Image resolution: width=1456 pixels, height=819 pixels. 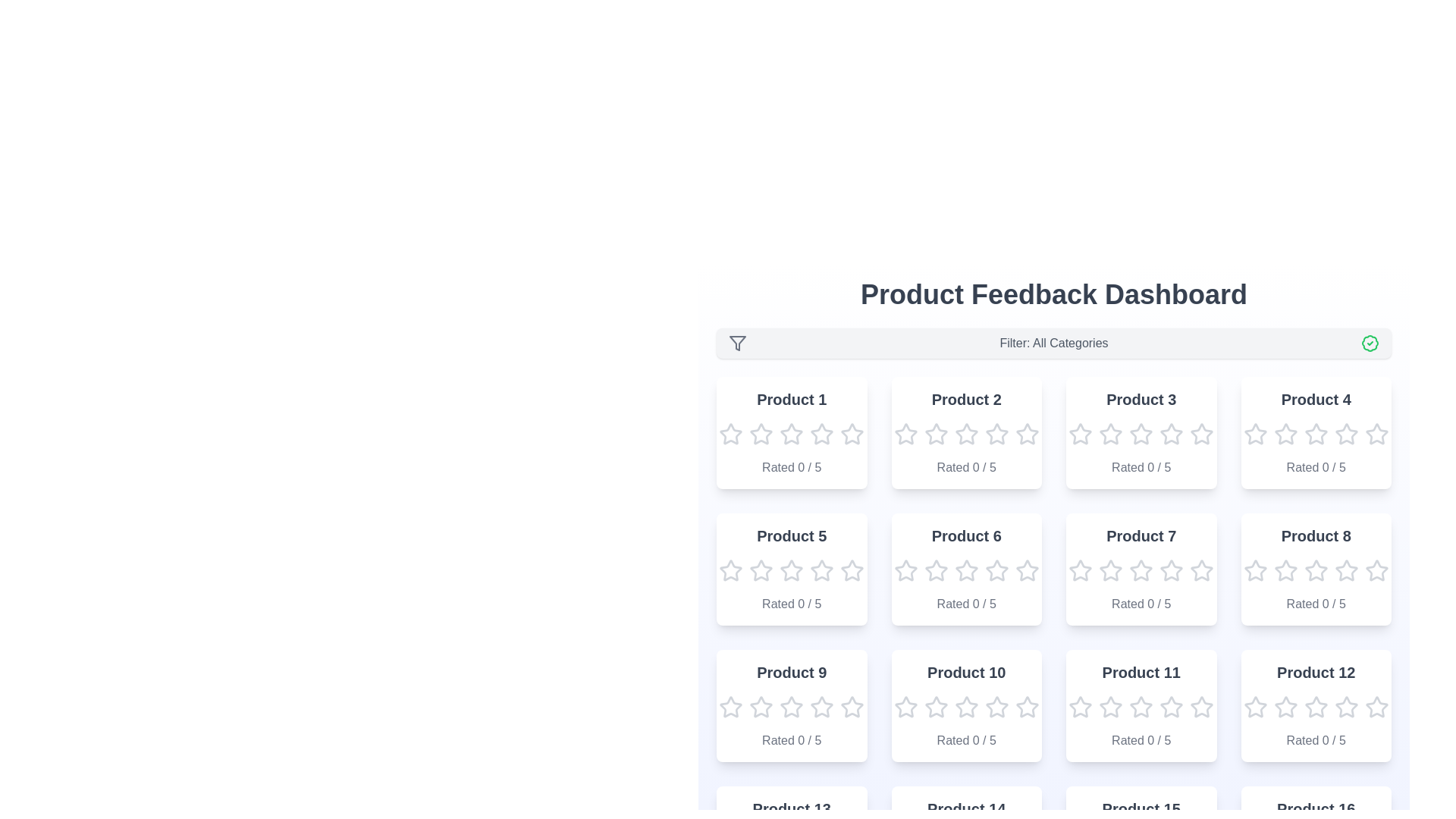 What do you see at coordinates (790, 435) in the screenshot?
I see `the rating for a product card to 3 stars` at bounding box center [790, 435].